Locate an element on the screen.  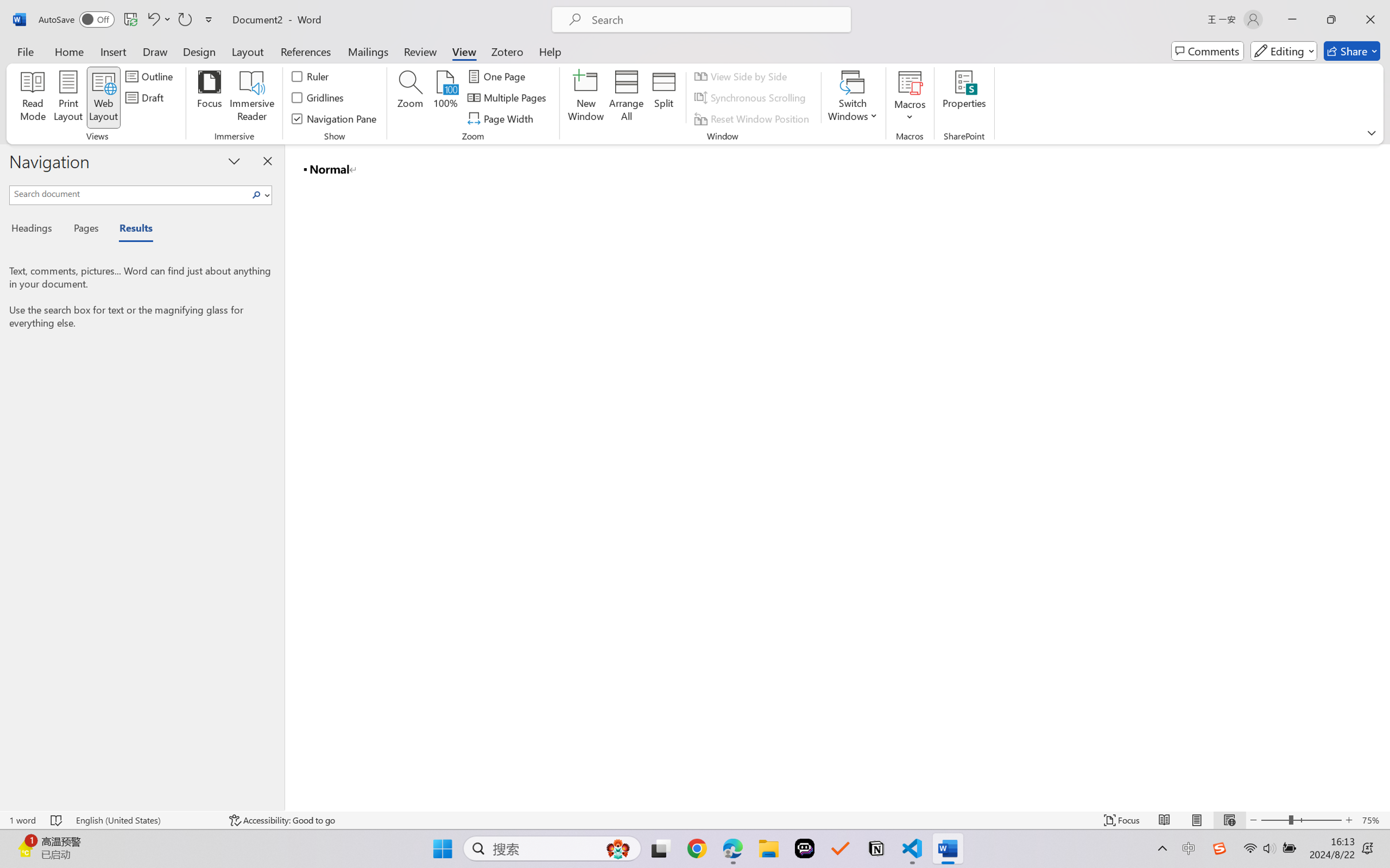
'Mailings' is located at coordinates (368, 51).